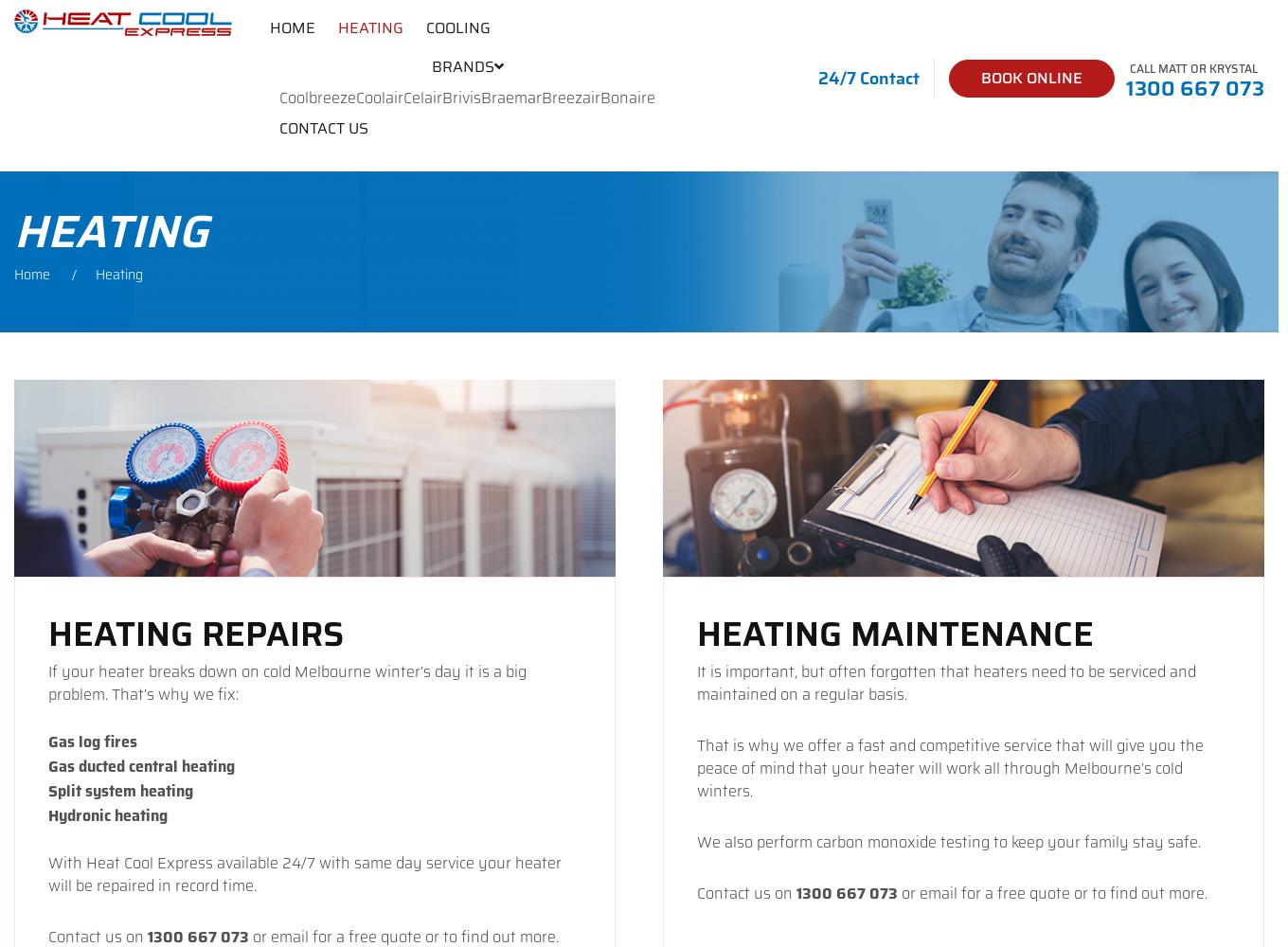 Image resolution: width=1288 pixels, height=947 pixels. Describe the element at coordinates (945, 682) in the screenshot. I see `'It is important, but often forgotten that heaters need to be serviced and maintained on a regular basis.'` at that location.